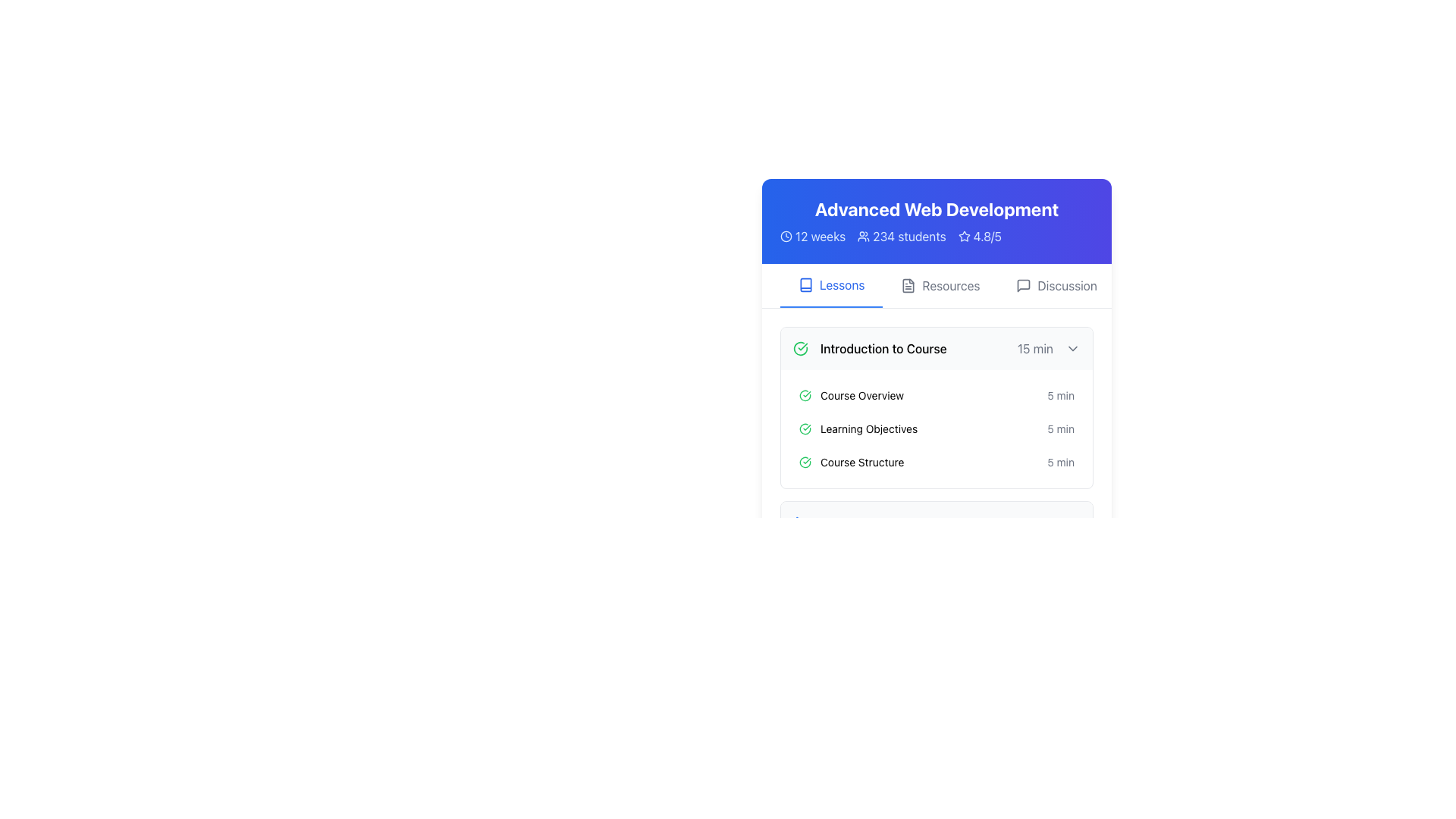  I want to click on the status indication icon next to the 'Introduction to Course' entry in the lesson list for completion status, so click(804, 394).